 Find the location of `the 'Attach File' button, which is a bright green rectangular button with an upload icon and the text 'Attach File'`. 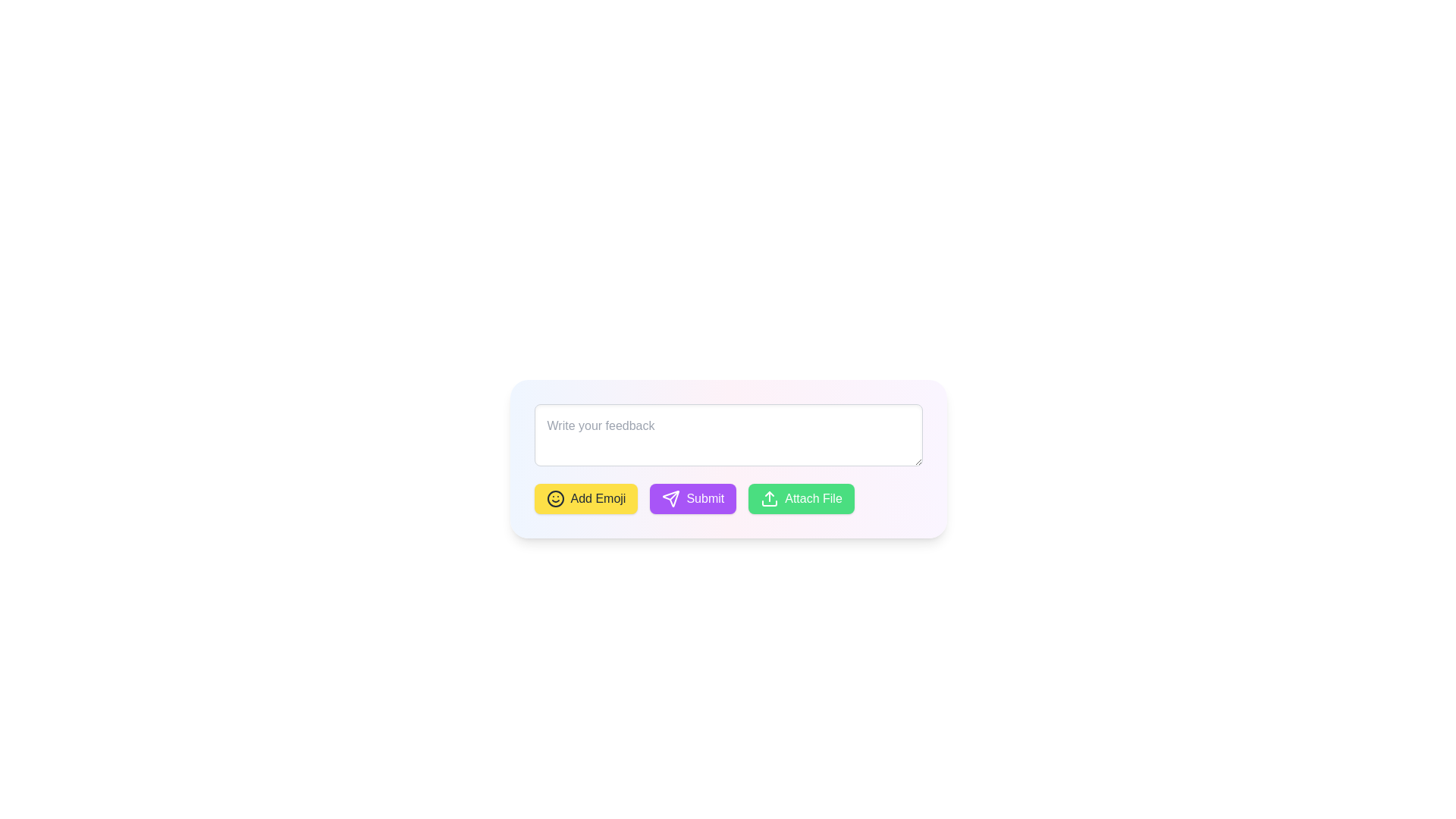

the 'Attach File' button, which is a bright green rectangular button with an upload icon and the text 'Attach File' is located at coordinates (800, 499).